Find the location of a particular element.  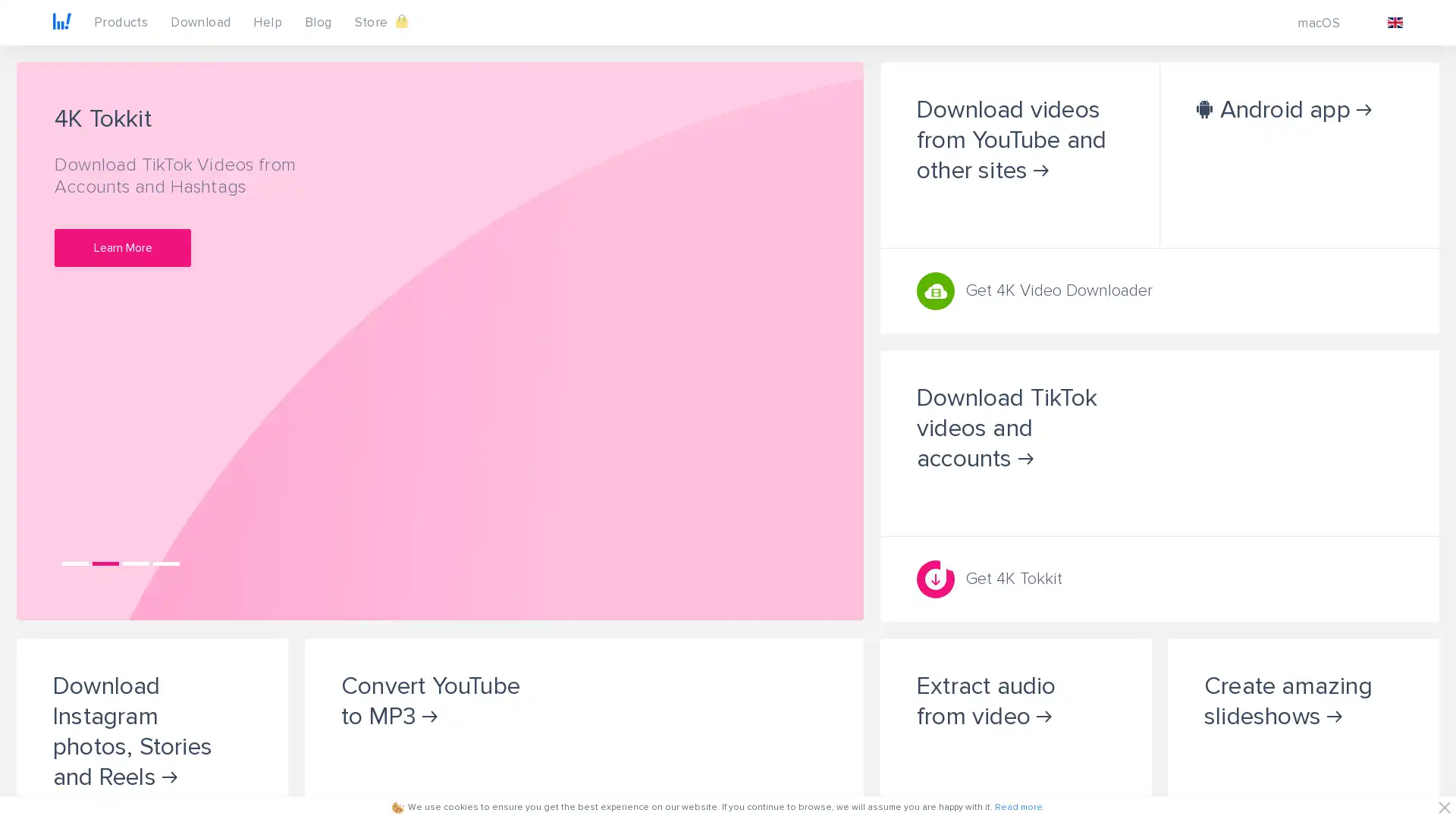

1 is located at coordinates (74, 563).